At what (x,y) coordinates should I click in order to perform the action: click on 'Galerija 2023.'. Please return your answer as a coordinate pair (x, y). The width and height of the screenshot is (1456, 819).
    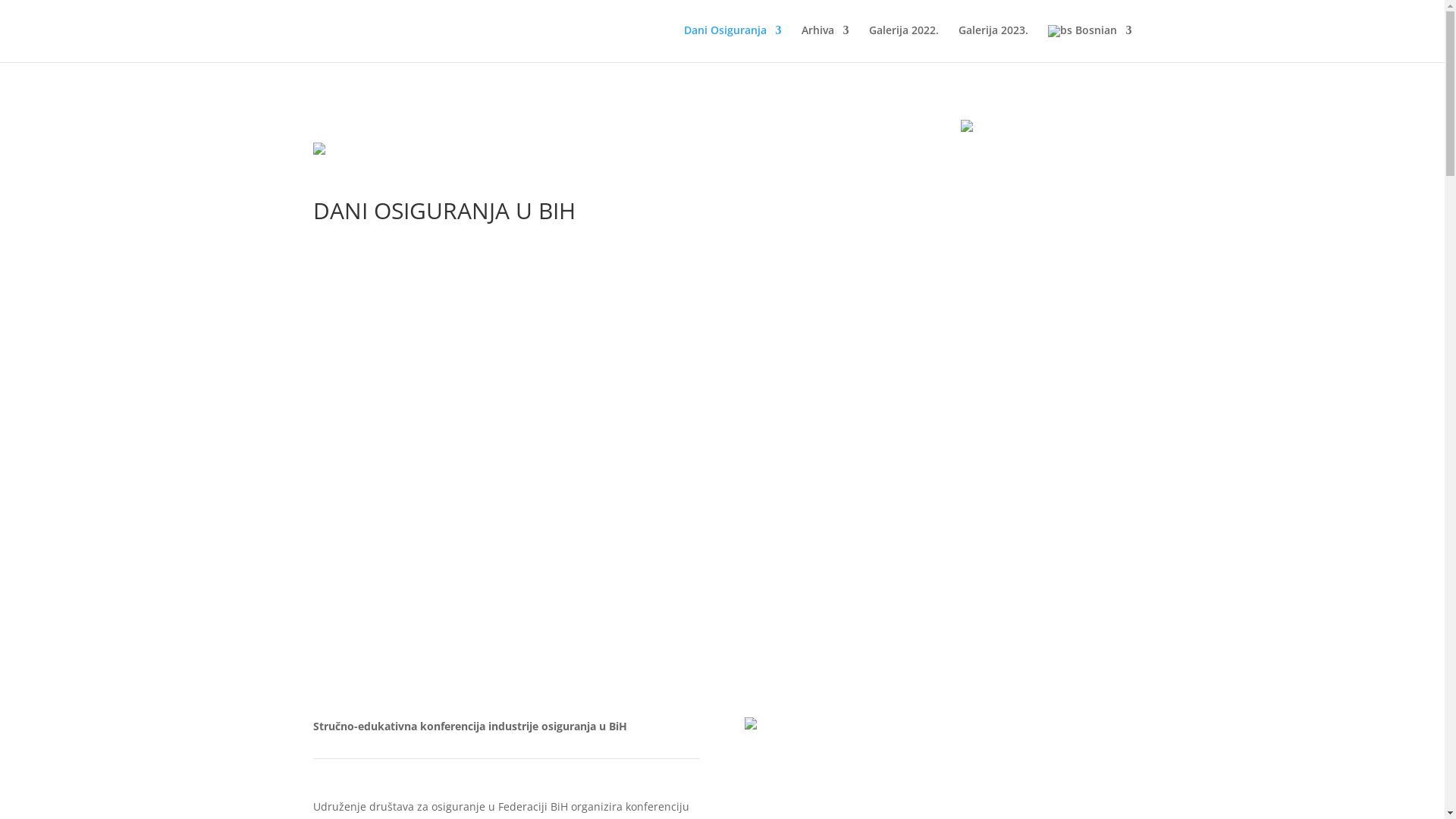
    Looking at the image, I should click on (957, 42).